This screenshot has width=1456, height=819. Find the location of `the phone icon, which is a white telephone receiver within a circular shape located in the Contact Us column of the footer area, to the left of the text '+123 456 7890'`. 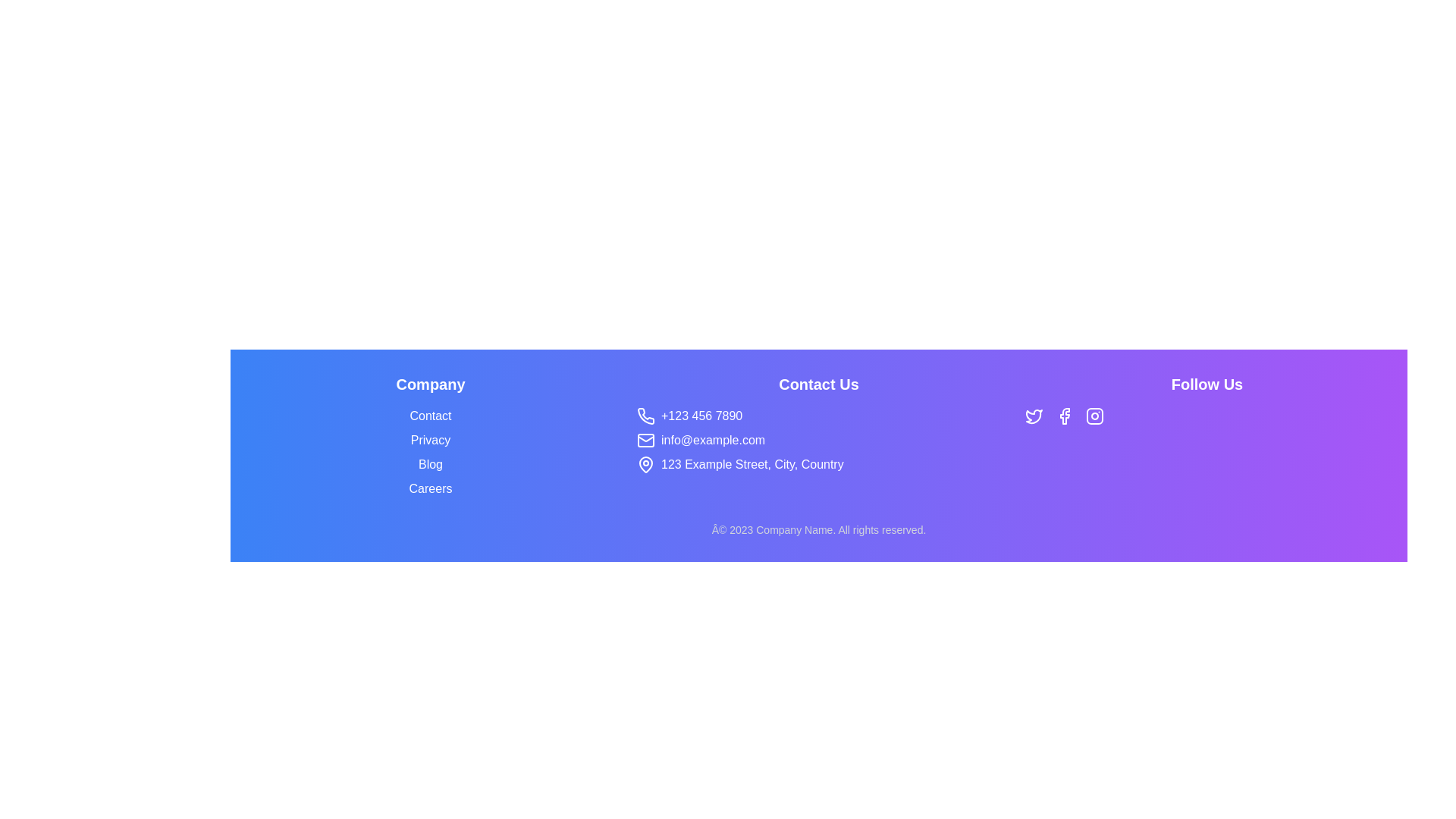

the phone icon, which is a white telephone receiver within a circular shape located in the Contact Us column of the footer area, to the left of the text '+123 456 7890' is located at coordinates (645, 416).